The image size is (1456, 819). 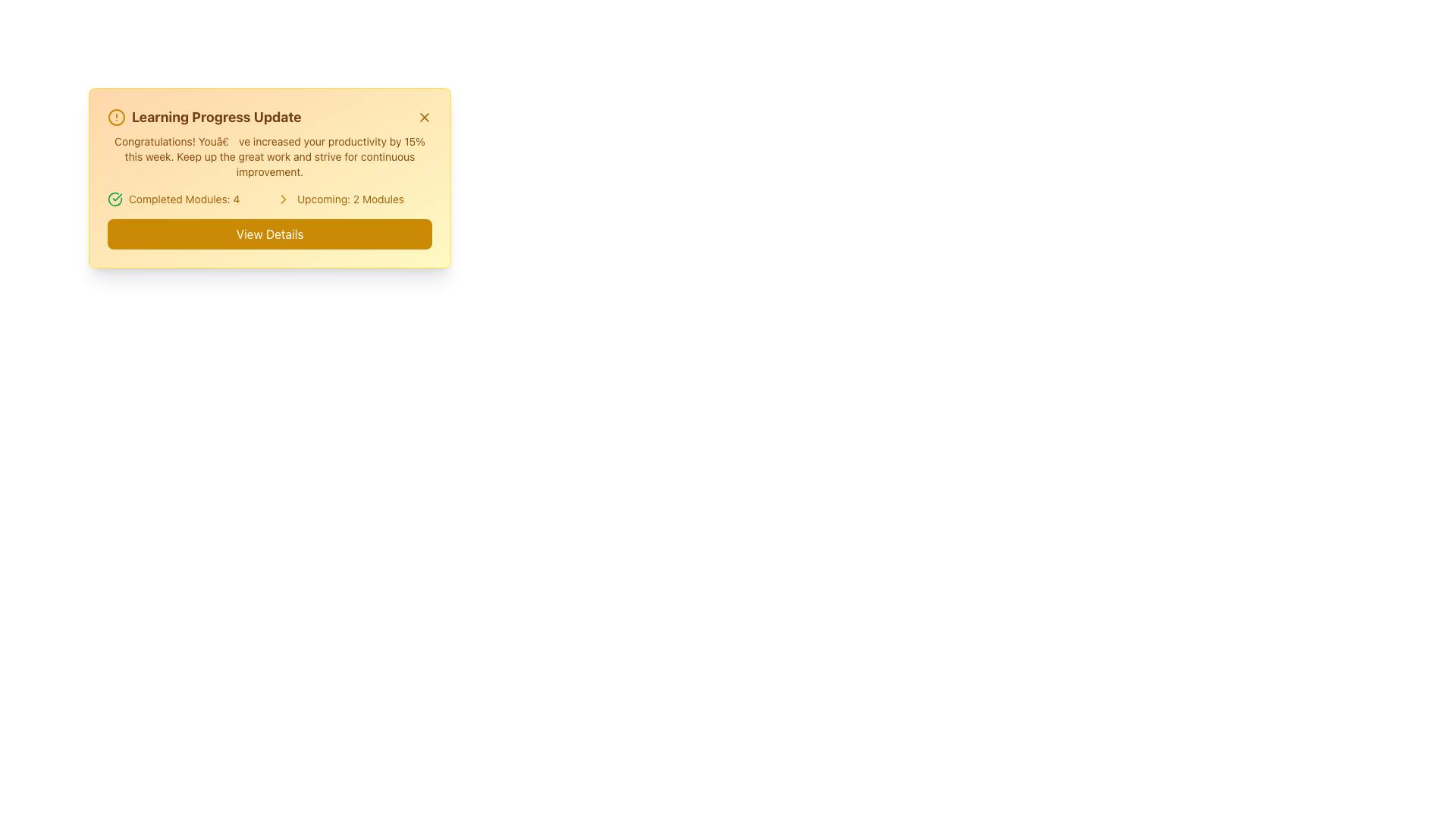 I want to click on the icon indicating the next item in the 'Upcoming: 2 Modules' section, located to the left of the text, so click(x=284, y=198).